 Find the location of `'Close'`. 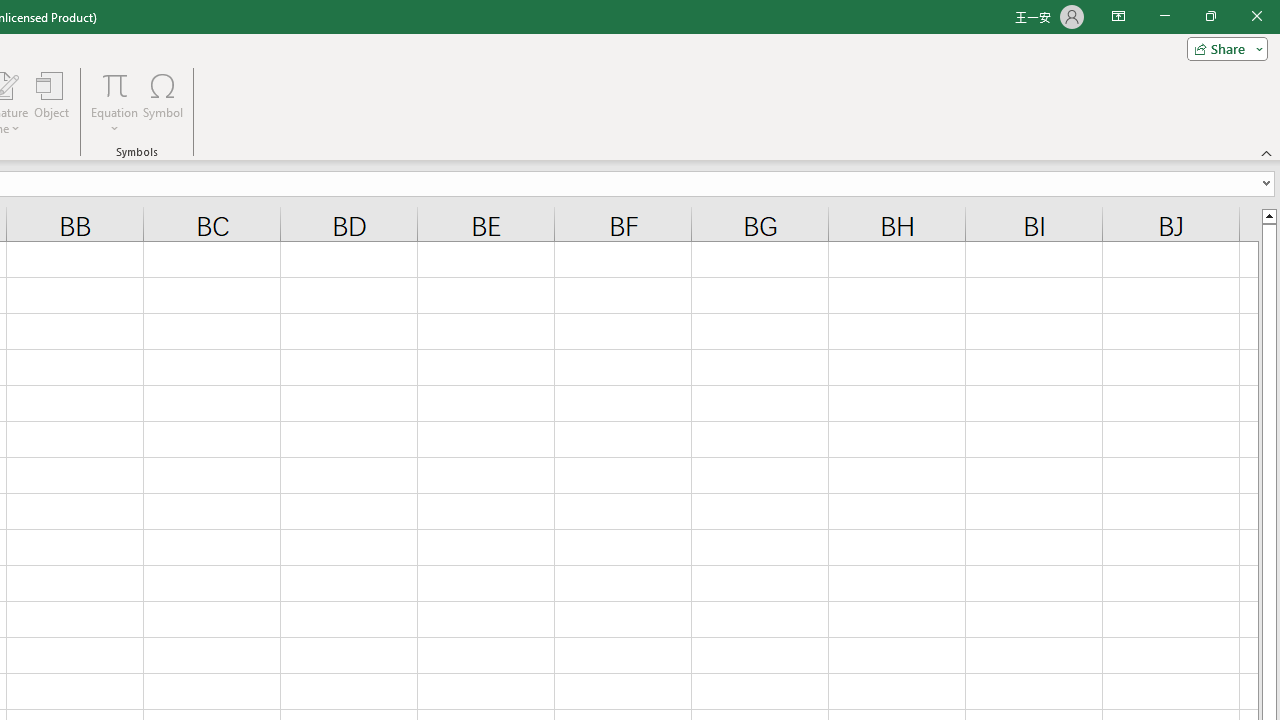

'Close' is located at coordinates (1255, 16).